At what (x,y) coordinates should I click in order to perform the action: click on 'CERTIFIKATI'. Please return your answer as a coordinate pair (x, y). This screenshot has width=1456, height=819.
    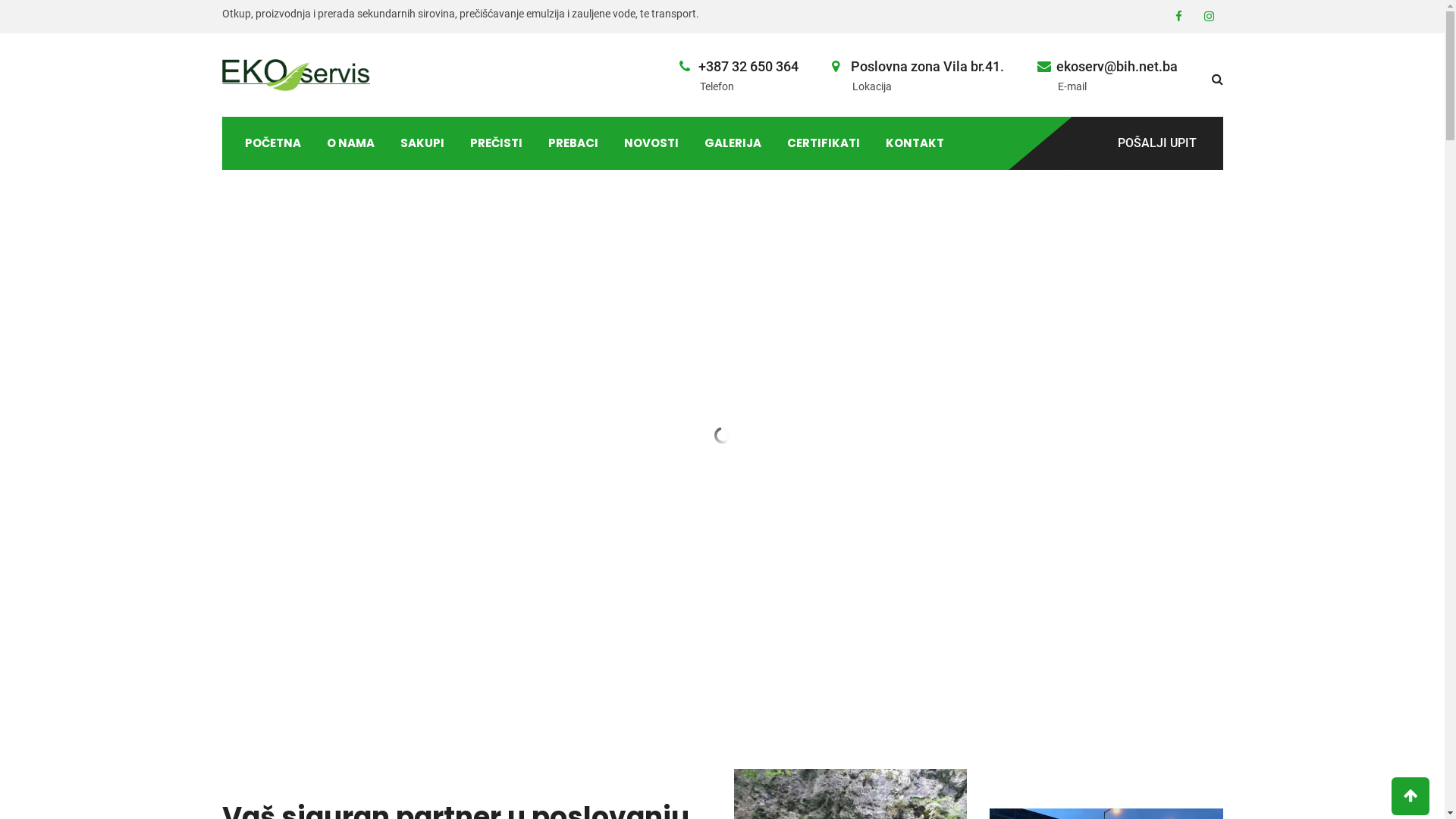
    Looking at the image, I should click on (821, 143).